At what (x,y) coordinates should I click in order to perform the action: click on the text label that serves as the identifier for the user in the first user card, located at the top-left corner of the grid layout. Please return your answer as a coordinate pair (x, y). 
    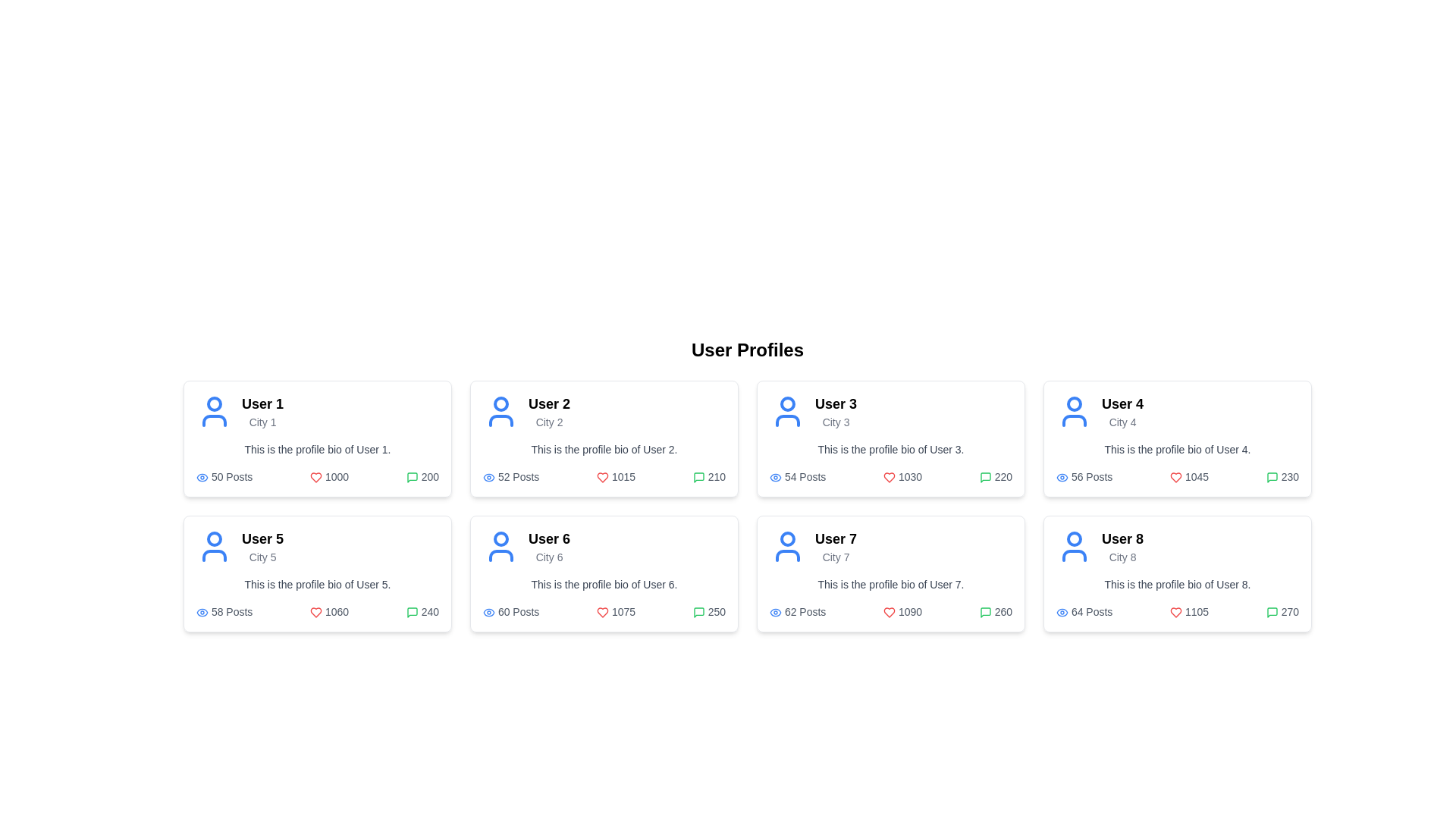
    Looking at the image, I should click on (262, 403).